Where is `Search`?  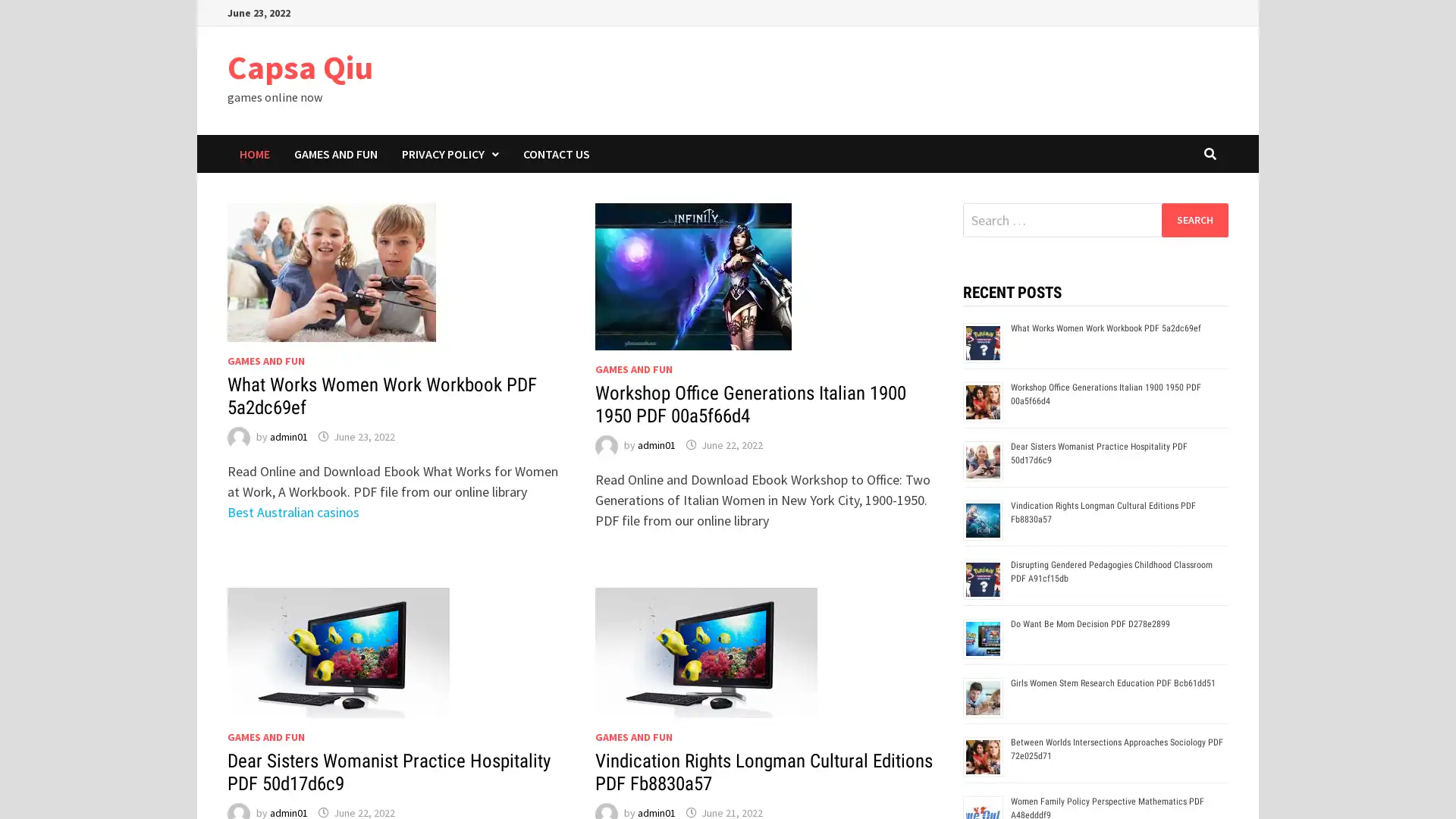 Search is located at coordinates (1194, 219).